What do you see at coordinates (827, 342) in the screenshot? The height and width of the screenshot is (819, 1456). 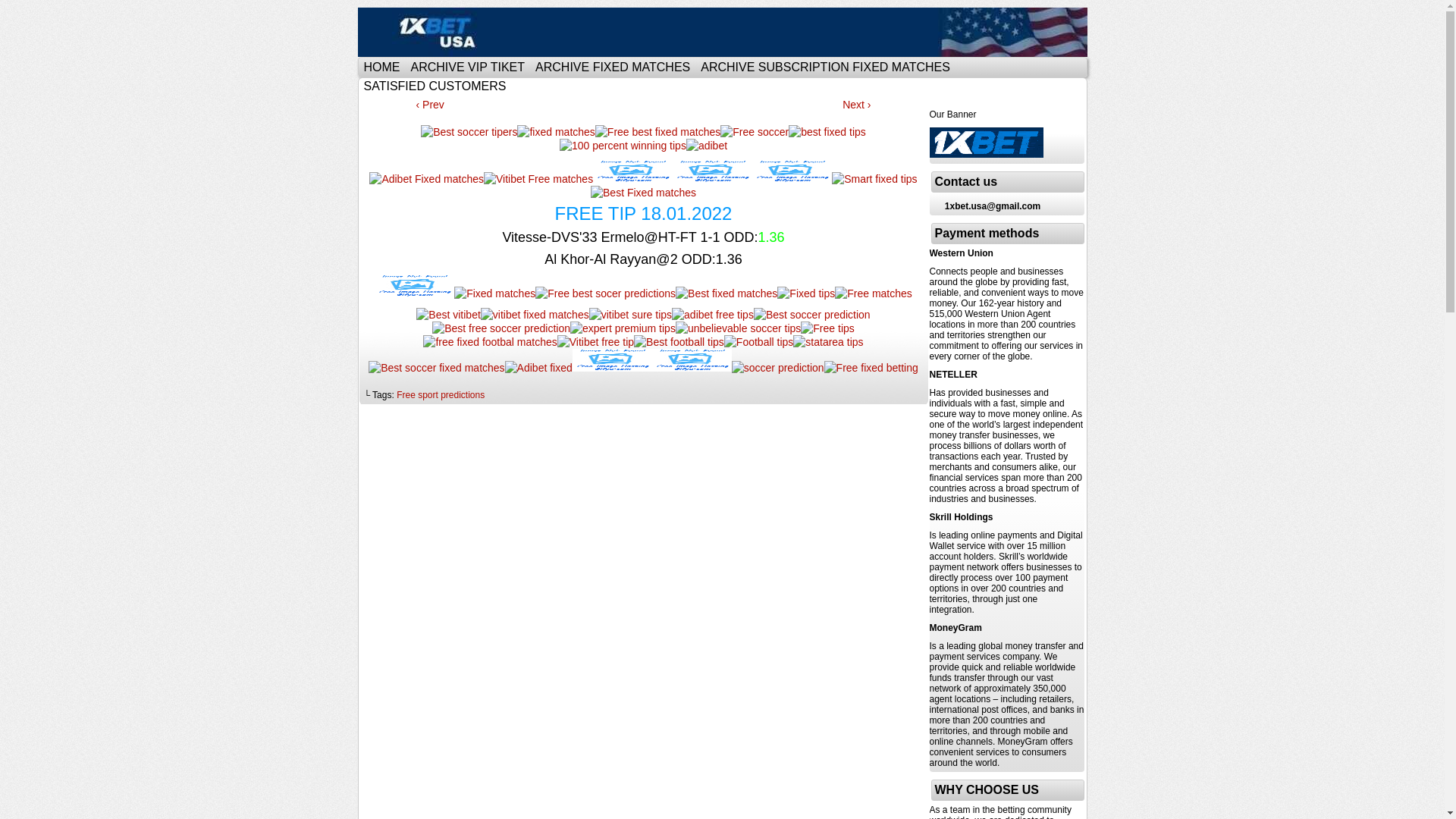 I see `'statarea tips'` at bounding box center [827, 342].